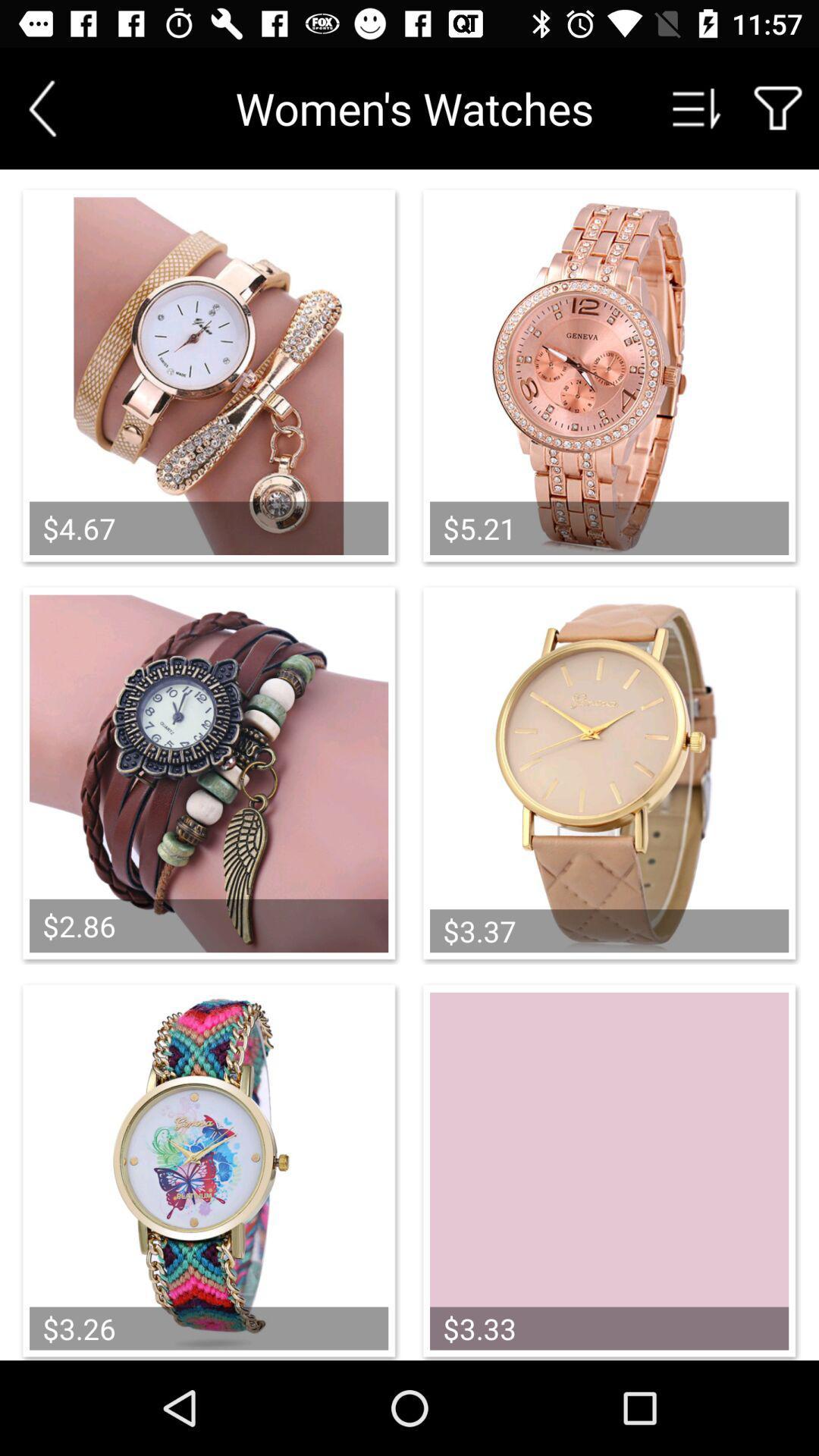 Image resolution: width=819 pixels, height=1456 pixels. What do you see at coordinates (697, 108) in the screenshot?
I see `the filter_list icon` at bounding box center [697, 108].